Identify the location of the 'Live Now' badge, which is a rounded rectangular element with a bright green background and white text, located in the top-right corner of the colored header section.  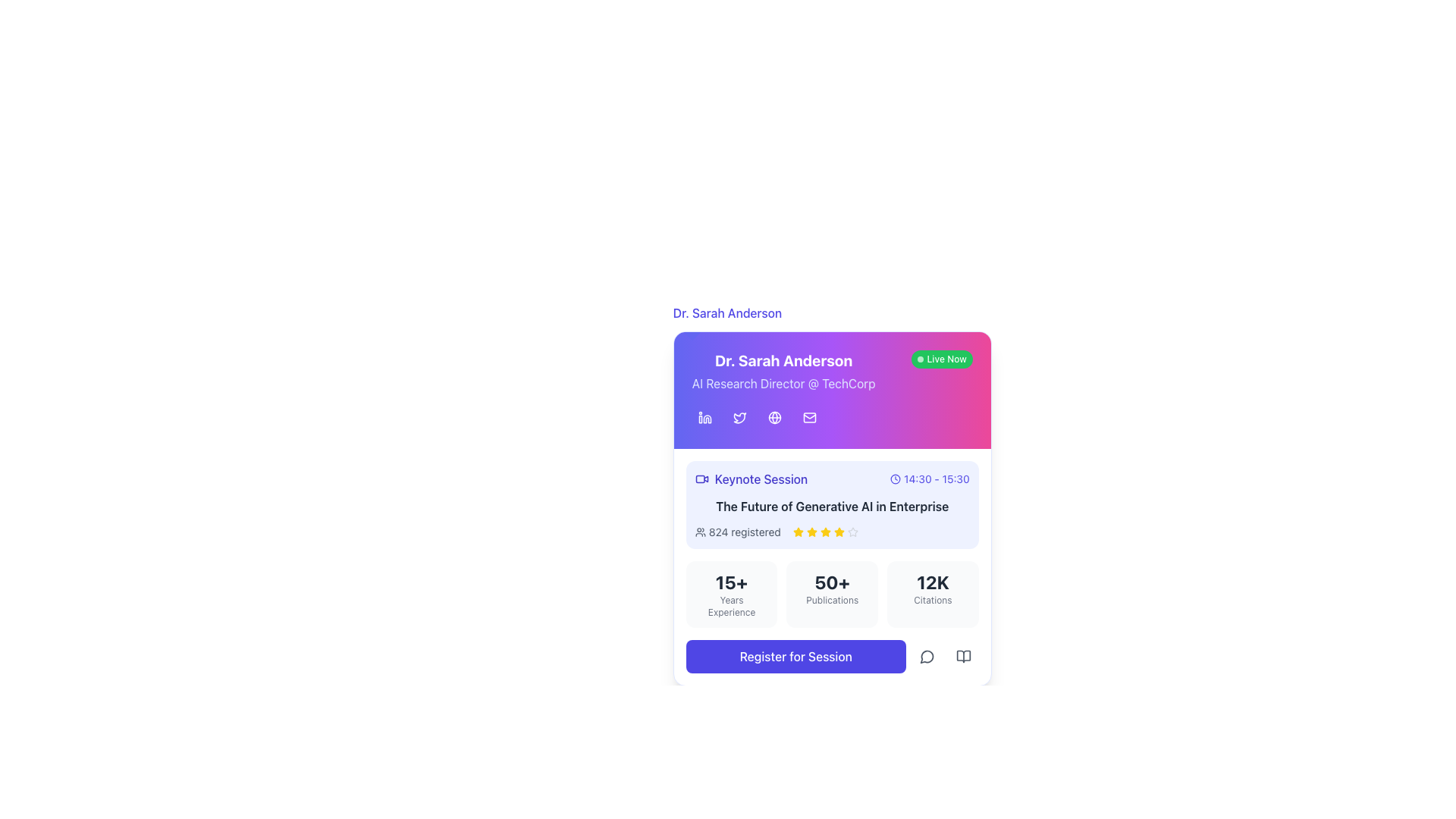
(941, 359).